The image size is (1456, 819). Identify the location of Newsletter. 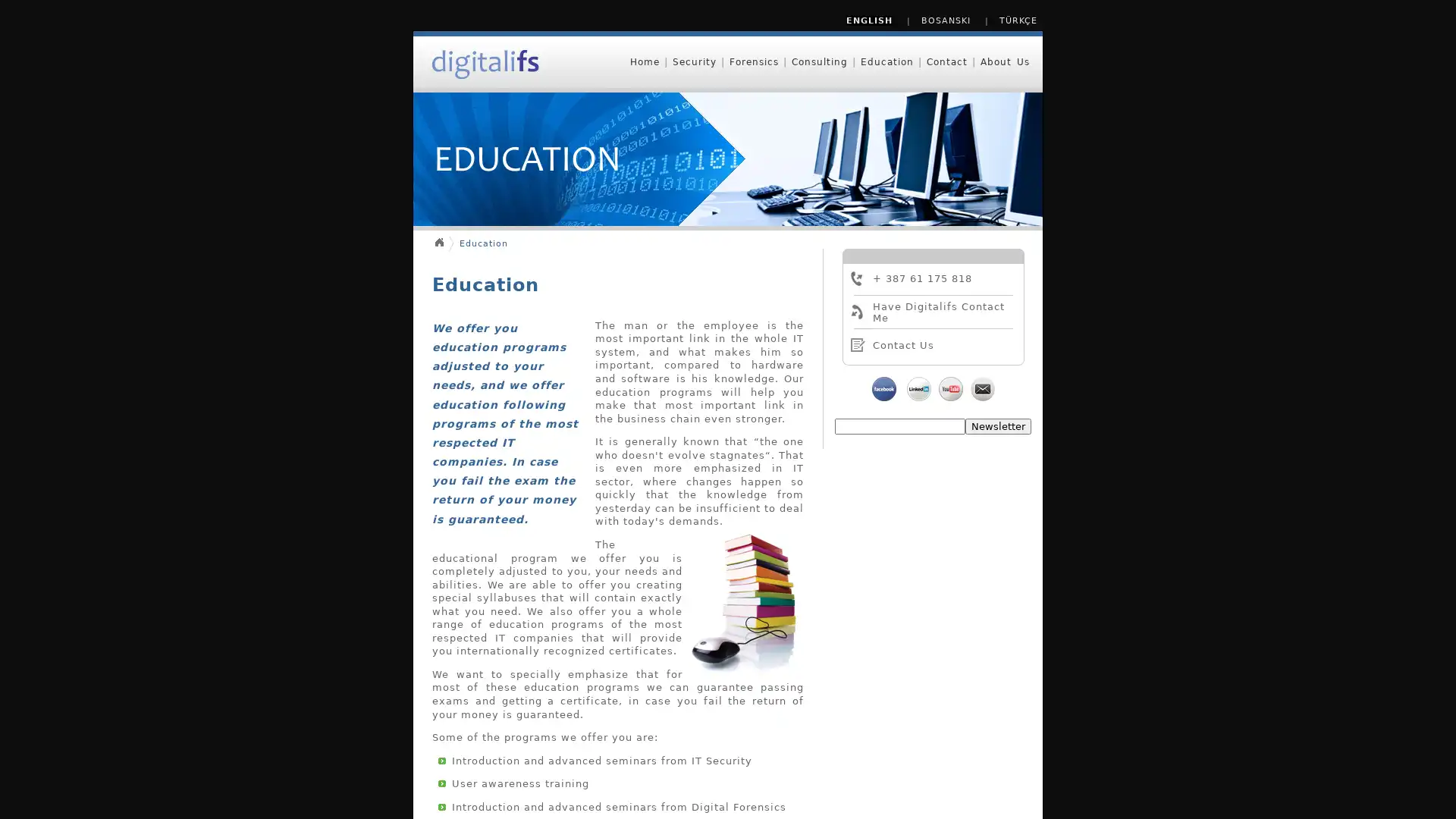
(997, 425).